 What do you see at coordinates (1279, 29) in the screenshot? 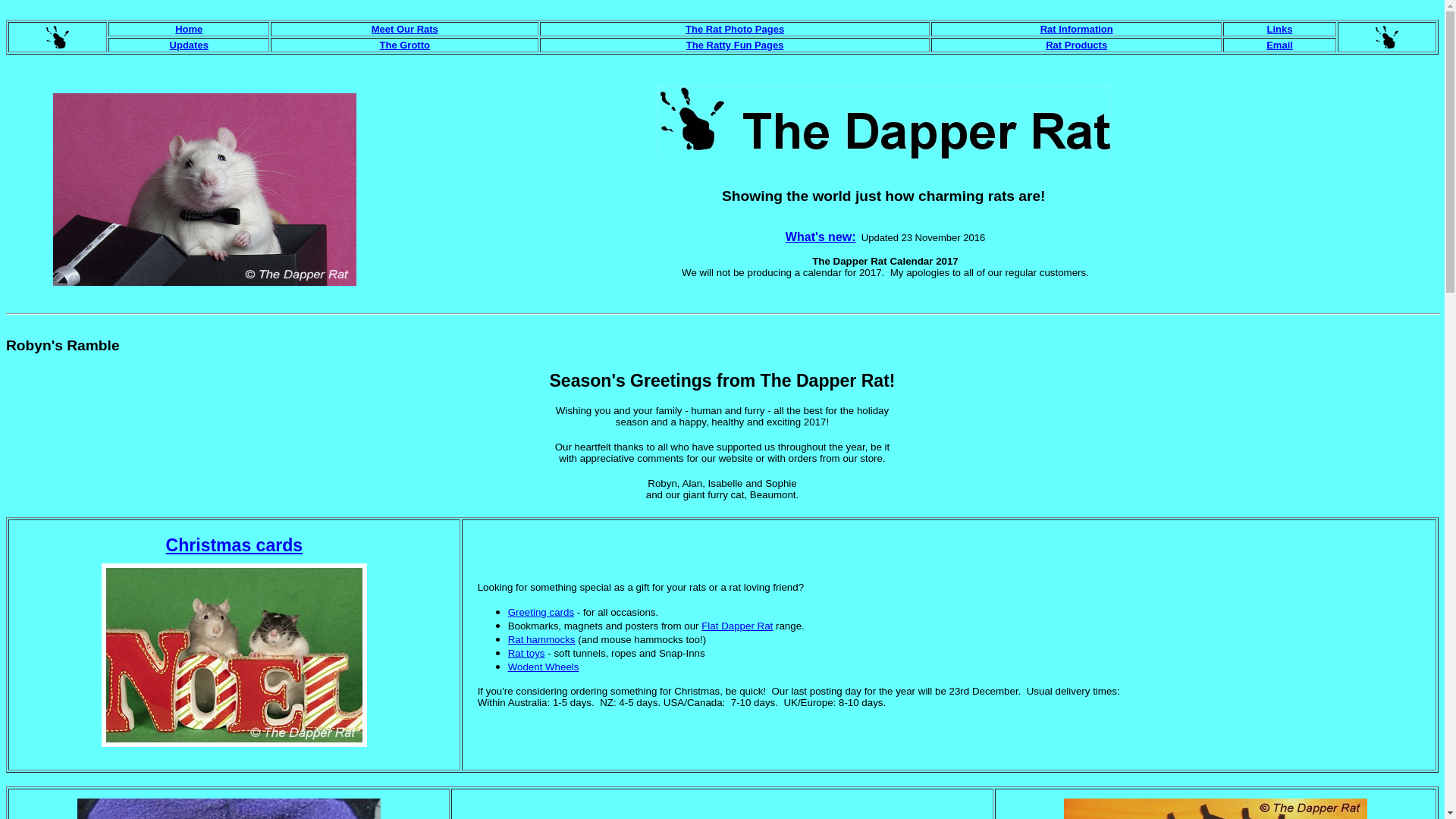
I see `'Links'` at bounding box center [1279, 29].